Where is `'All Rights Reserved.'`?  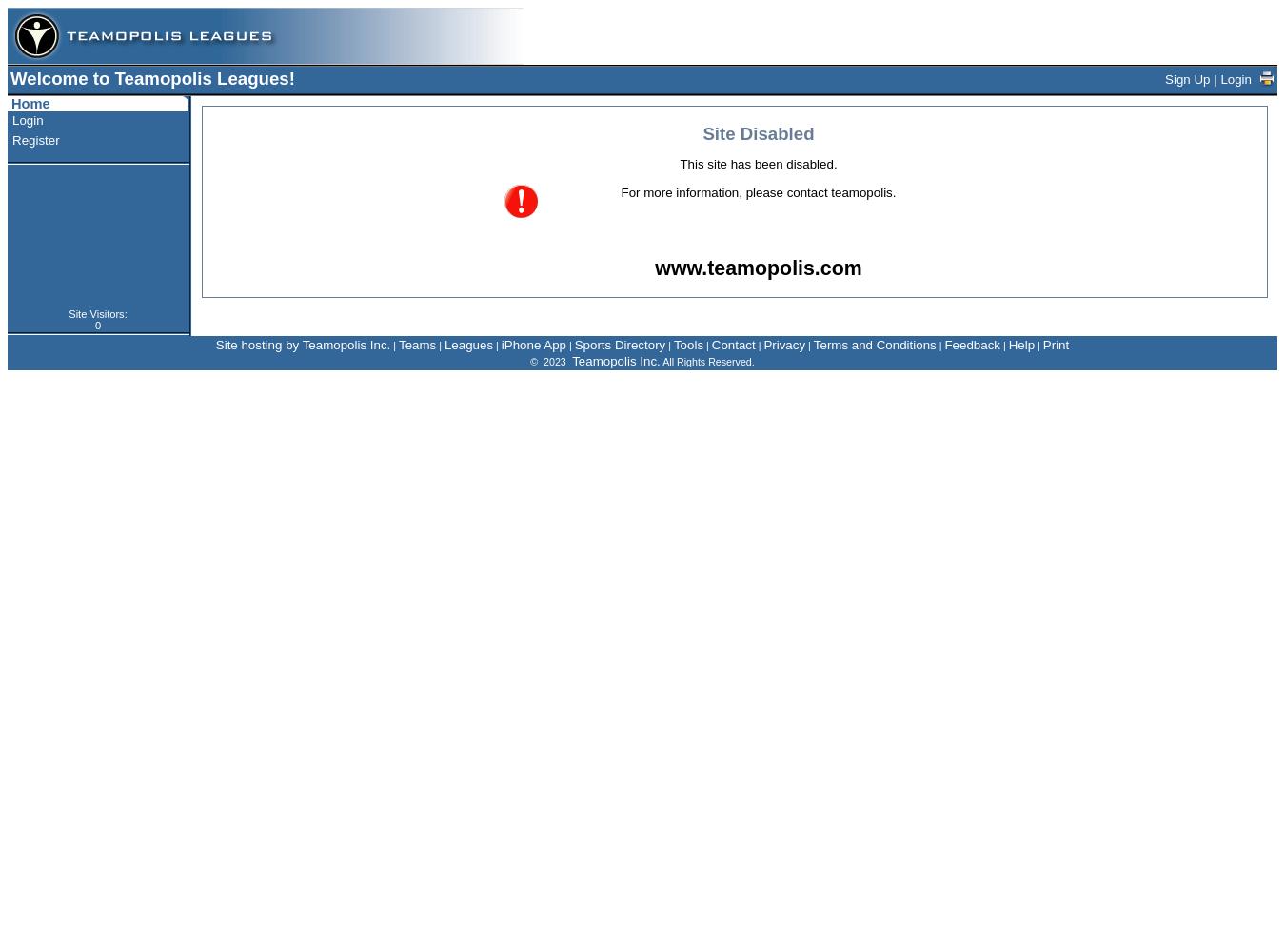 'All Rights Reserved.' is located at coordinates (705, 362).